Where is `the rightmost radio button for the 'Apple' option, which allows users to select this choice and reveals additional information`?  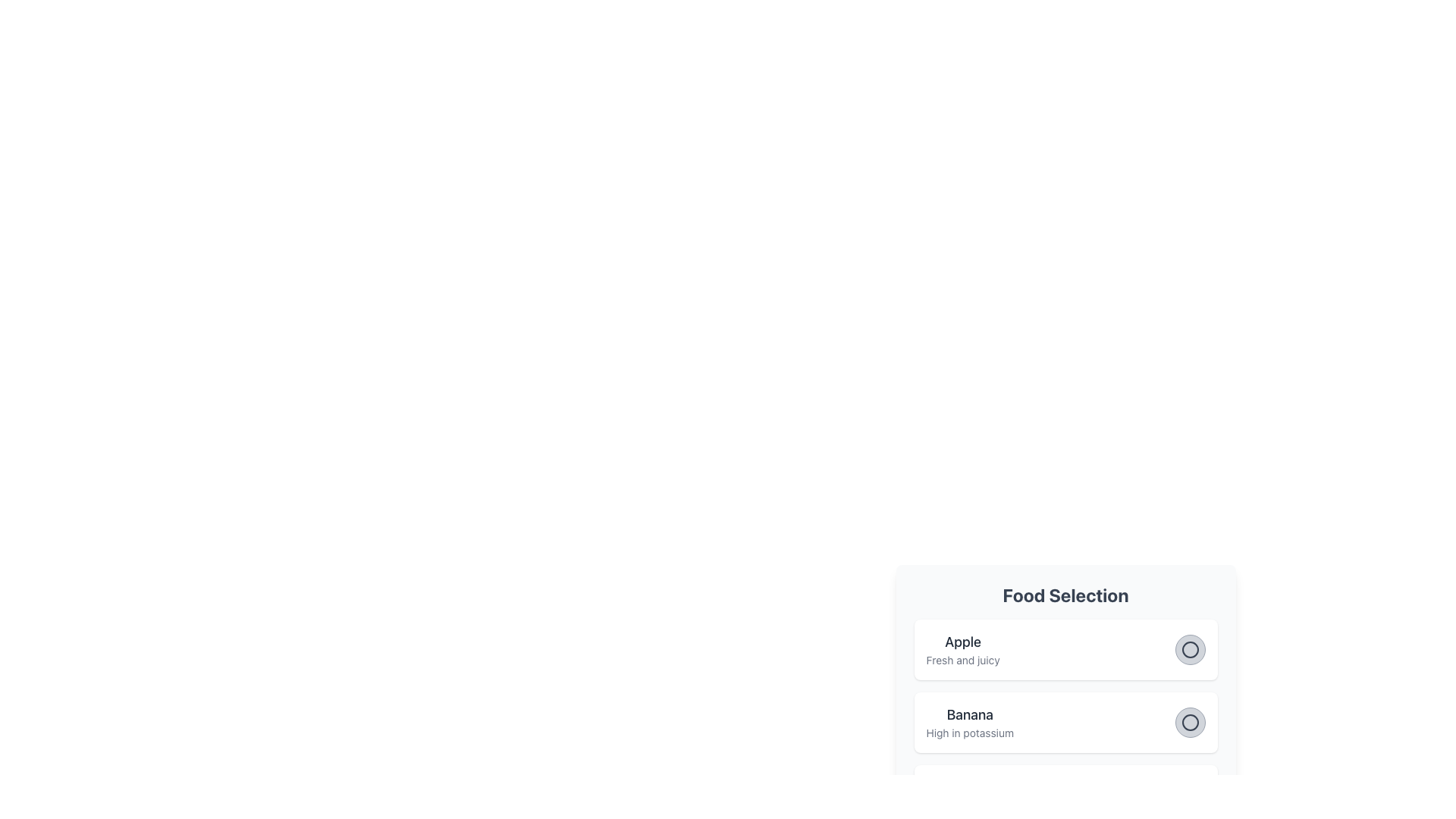
the rightmost radio button for the 'Apple' option, which allows users to select this choice and reveals additional information is located at coordinates (1189, 648).